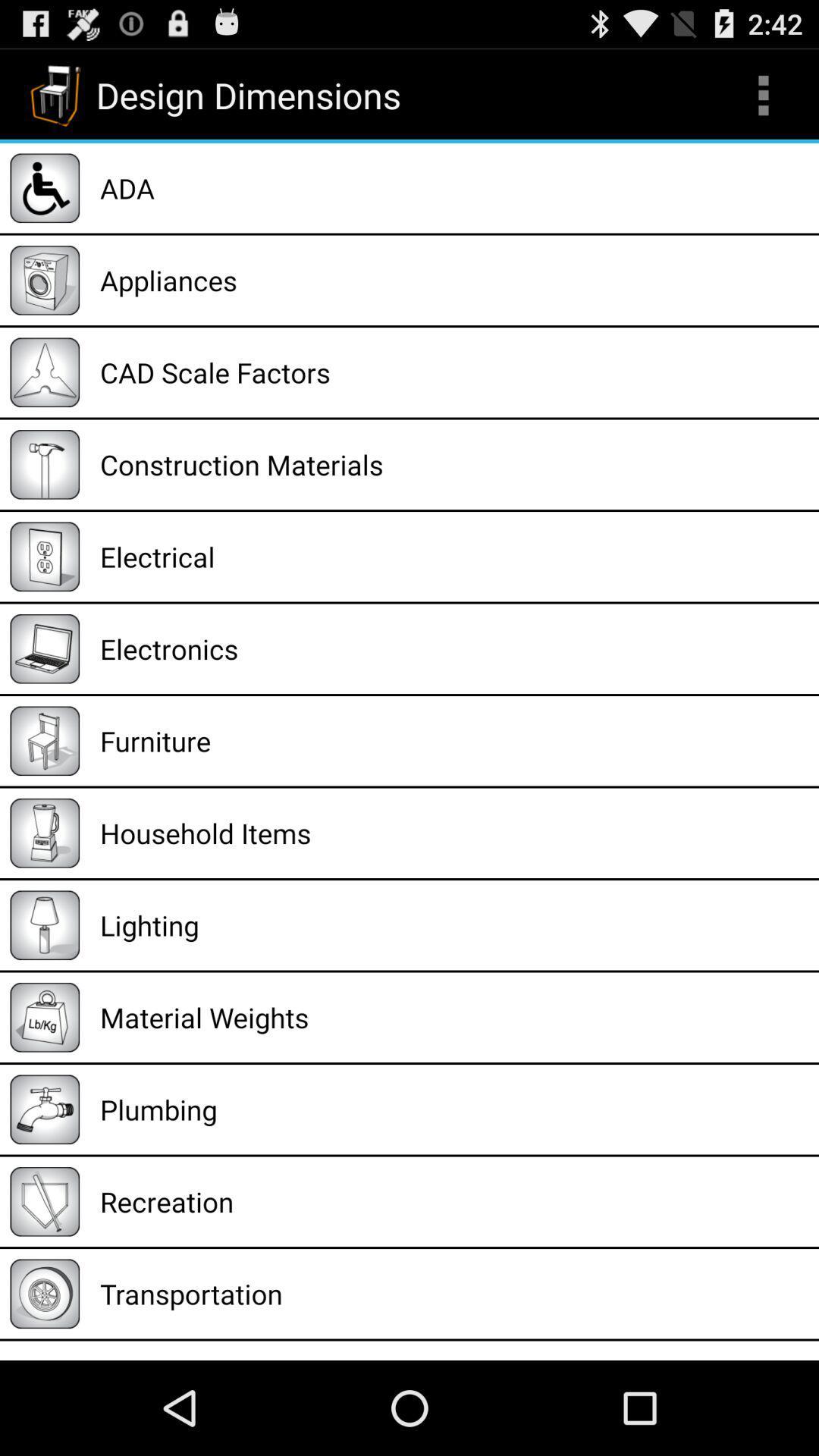  I want to click on electronics item, so click(453, 648).